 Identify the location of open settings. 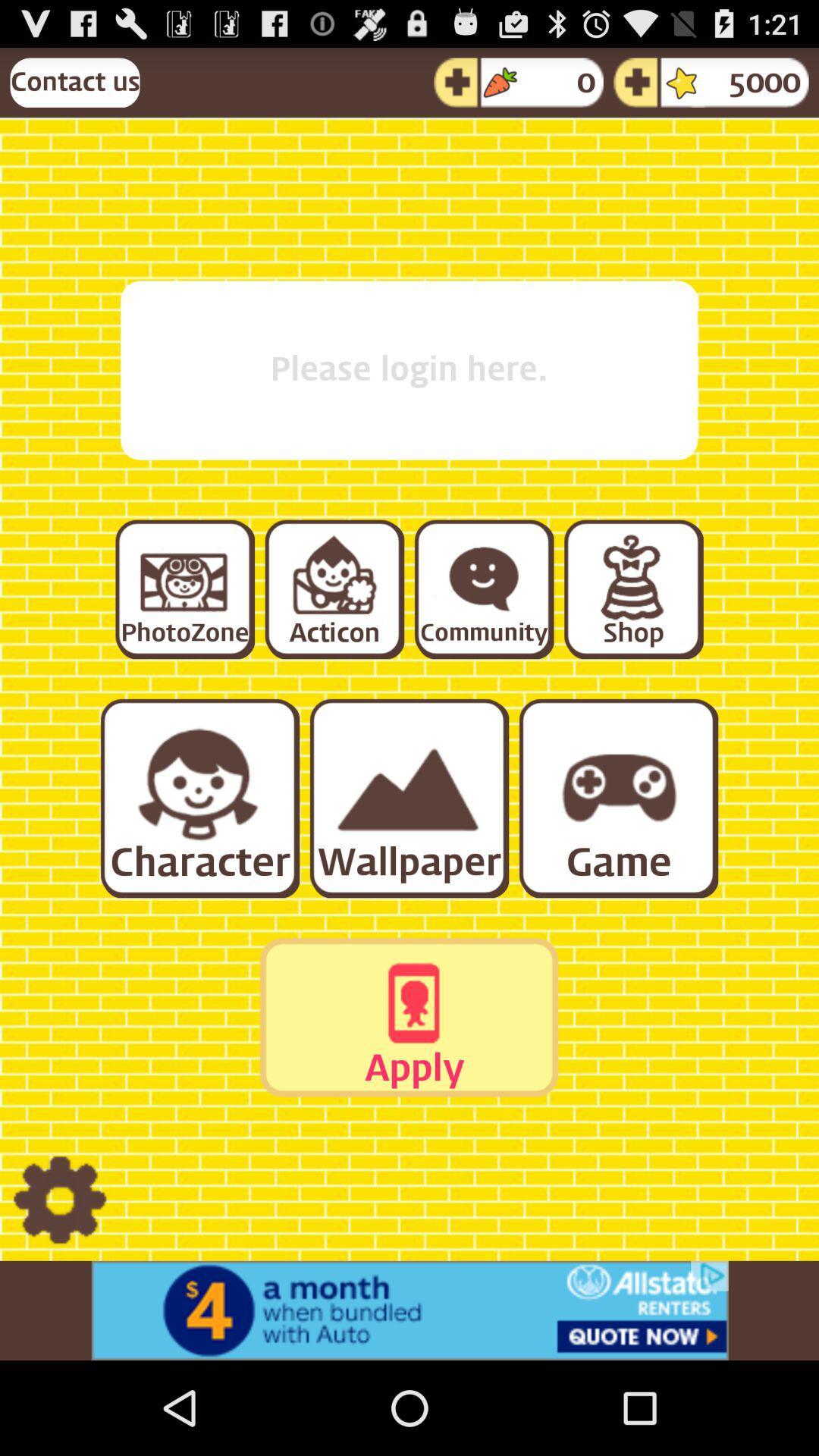
(59, 1200).